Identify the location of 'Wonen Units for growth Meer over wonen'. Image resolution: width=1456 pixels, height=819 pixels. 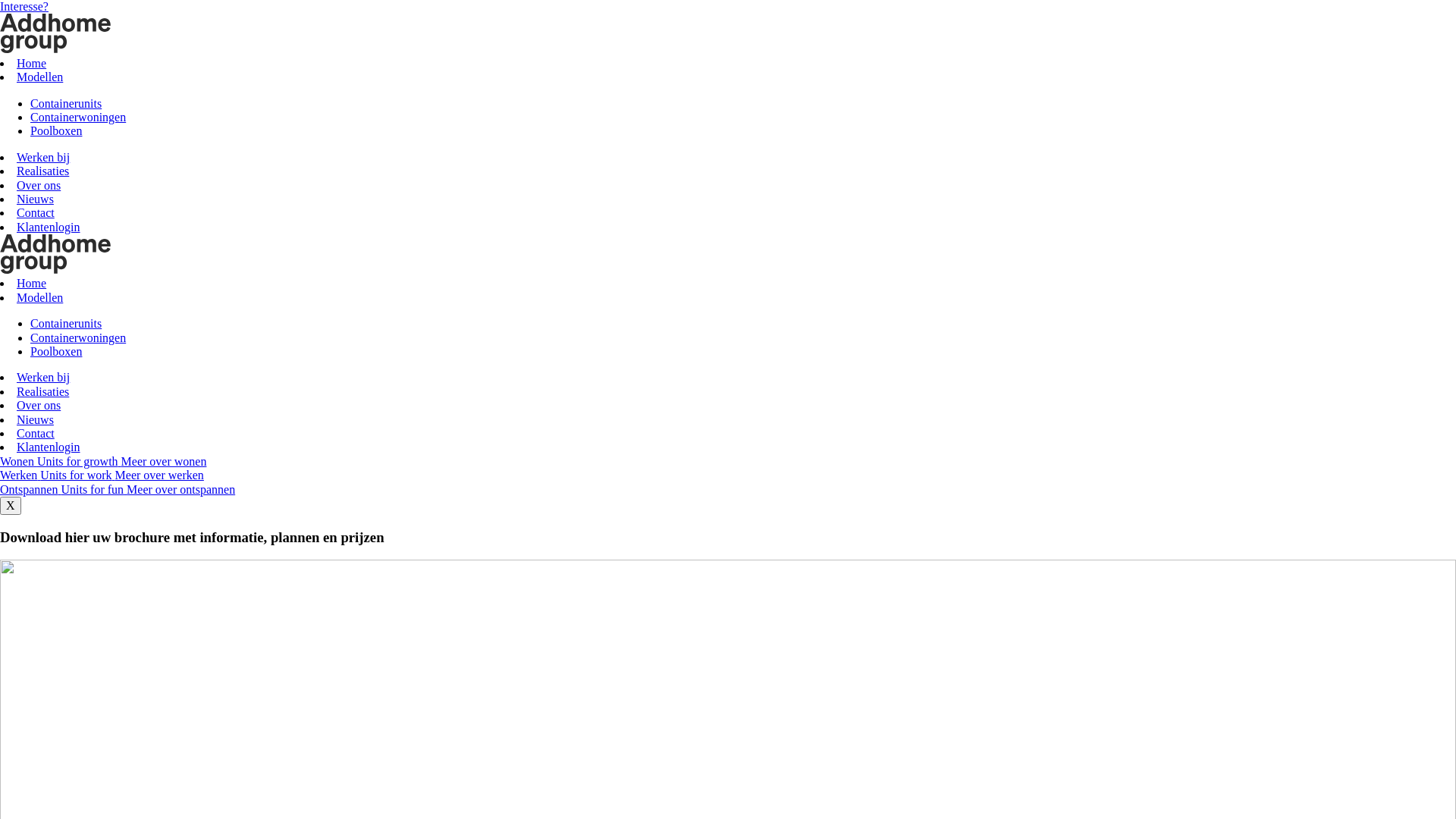
(102, 460).